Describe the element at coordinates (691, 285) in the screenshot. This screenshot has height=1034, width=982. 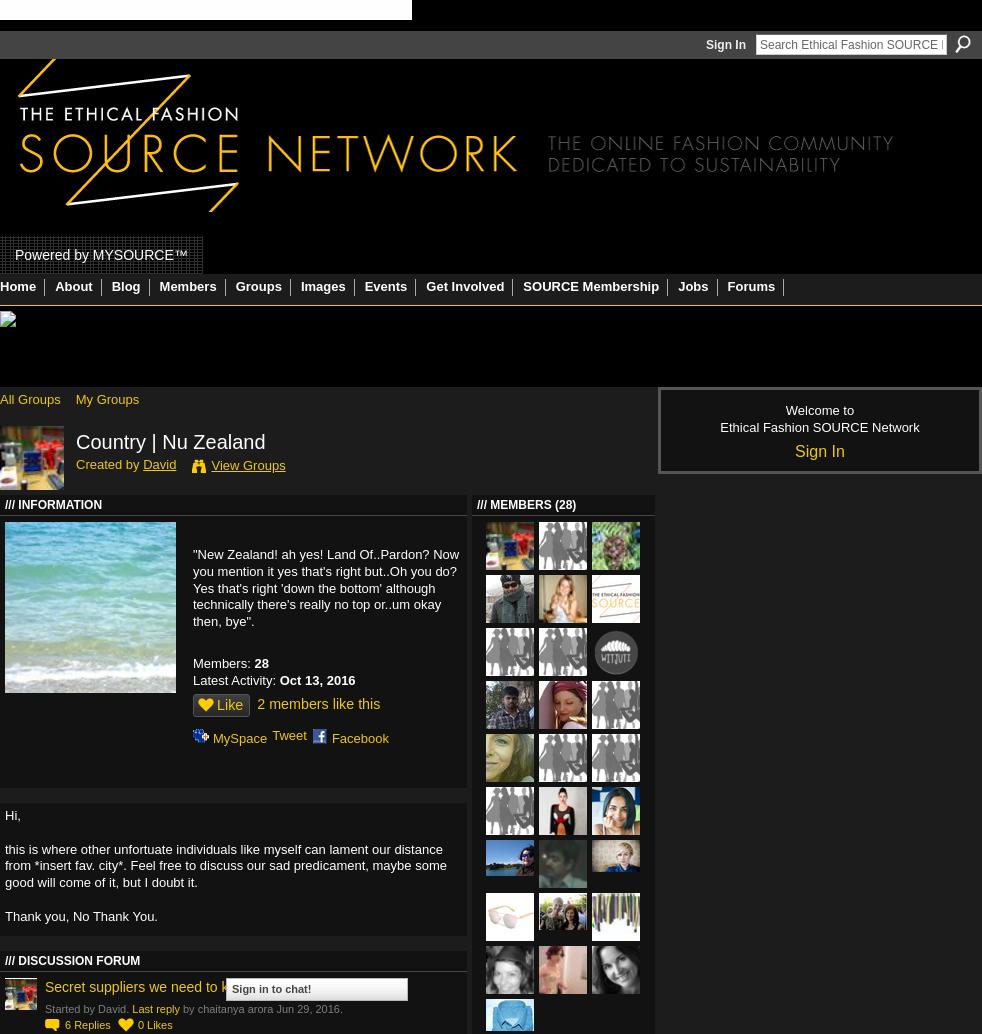
I see `'Jobs'` at that location.